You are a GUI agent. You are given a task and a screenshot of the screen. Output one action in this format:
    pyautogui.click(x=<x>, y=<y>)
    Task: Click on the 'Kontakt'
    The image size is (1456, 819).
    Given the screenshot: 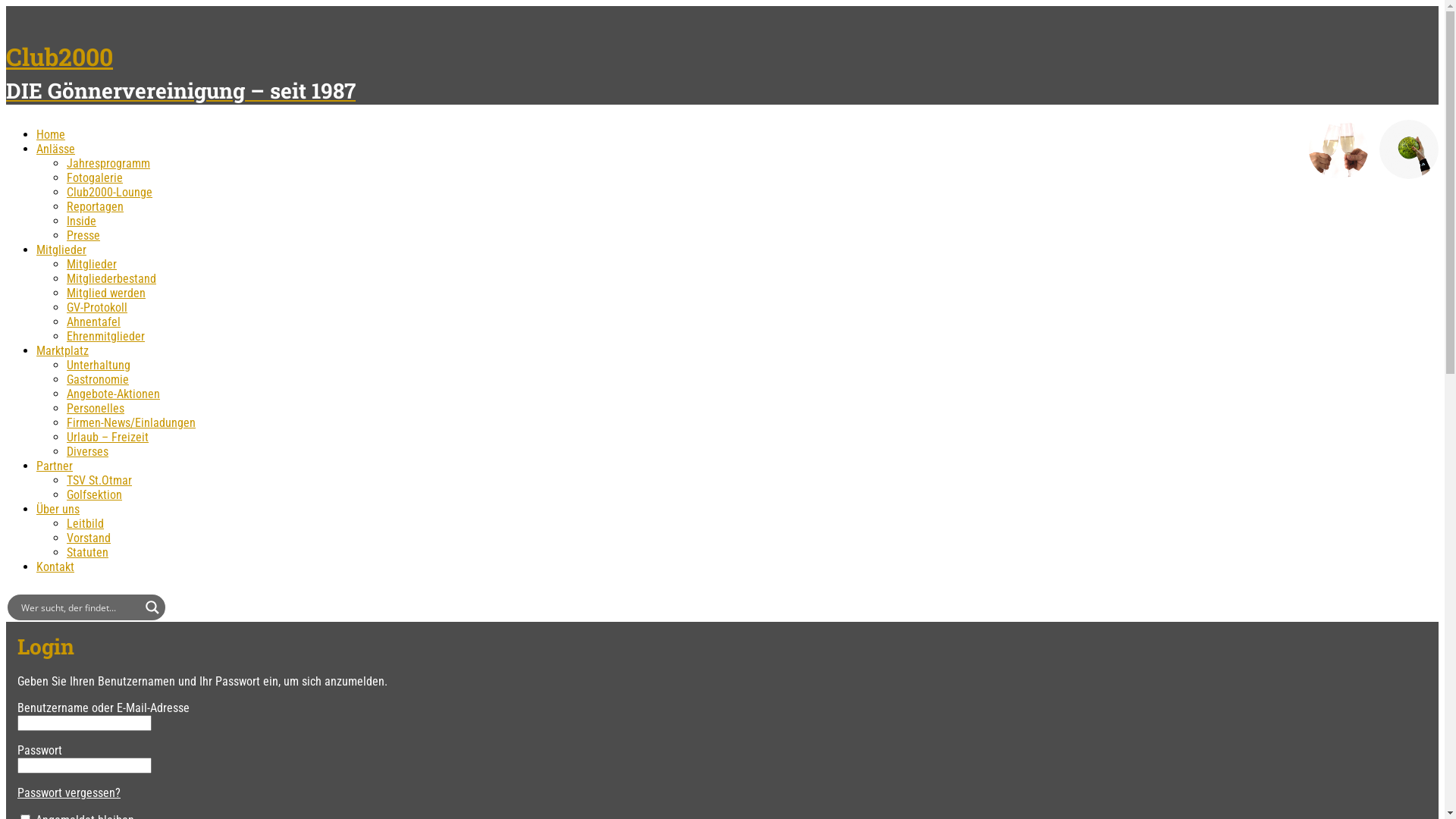 What is the action you would take?
    pyautogui.click(x=55, y=566)
    